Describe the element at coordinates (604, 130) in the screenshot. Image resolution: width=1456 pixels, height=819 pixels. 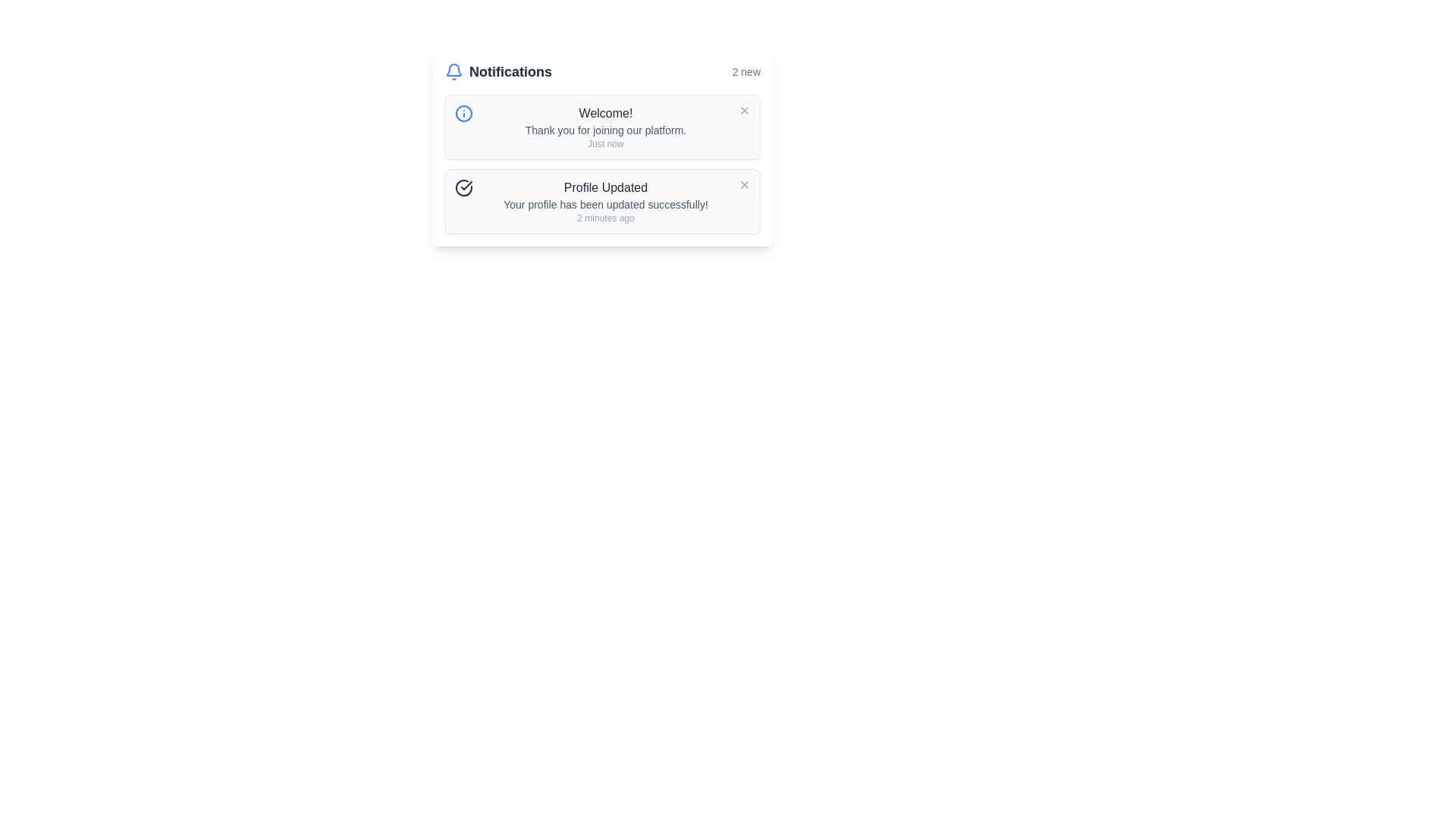
I see `the small-sized gray text stating 'Thank you for joining our platform.' which is located beneath the bold title 'Welcome!' and above the timestamp 'Just now' in the notification box` at that location.